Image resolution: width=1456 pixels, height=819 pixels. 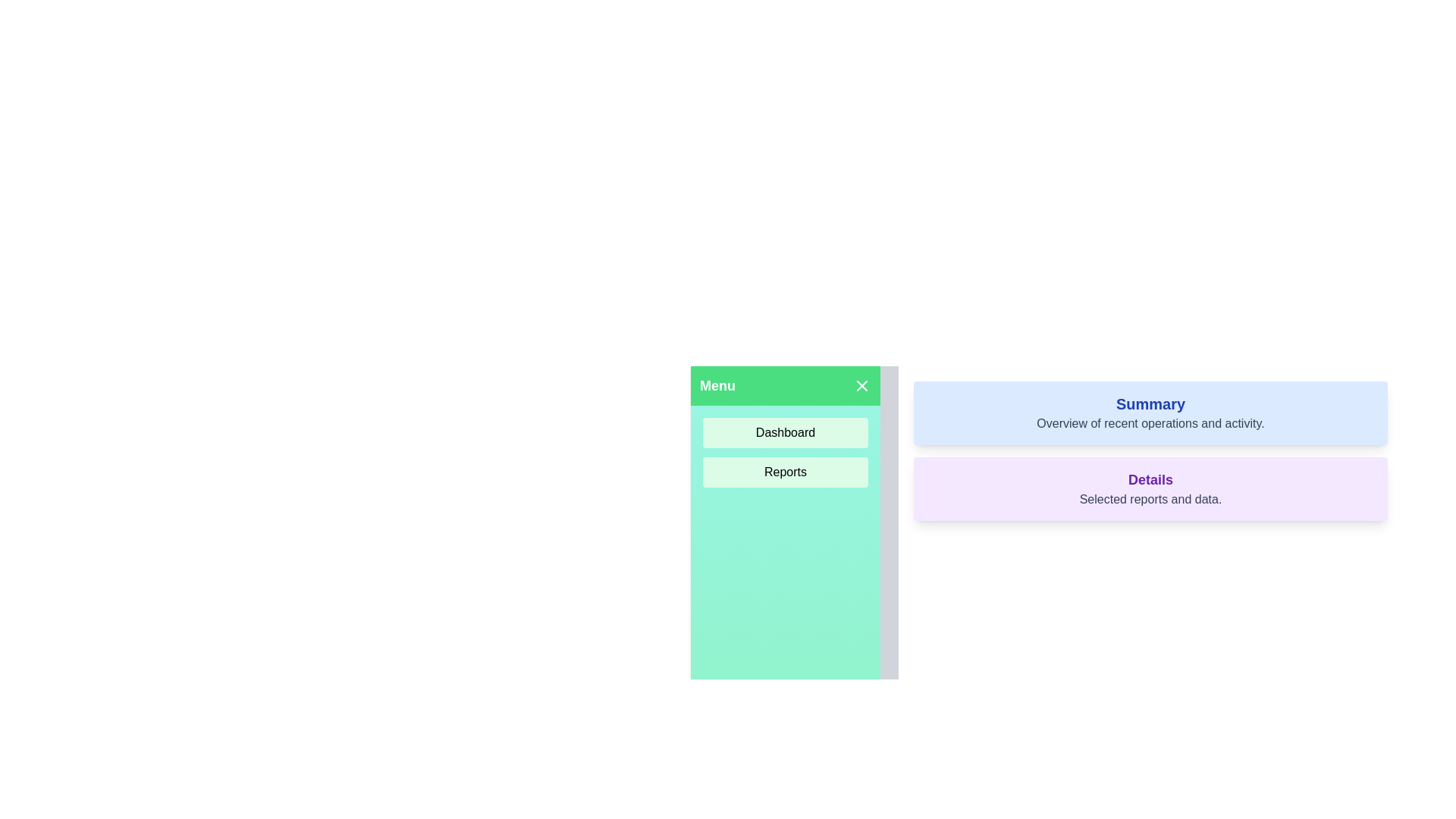 I want to click on text content of the 'Details' label located above the 'Selected reports and data.' description in the right-middle region of the interface, so click(x=1150, y=479).